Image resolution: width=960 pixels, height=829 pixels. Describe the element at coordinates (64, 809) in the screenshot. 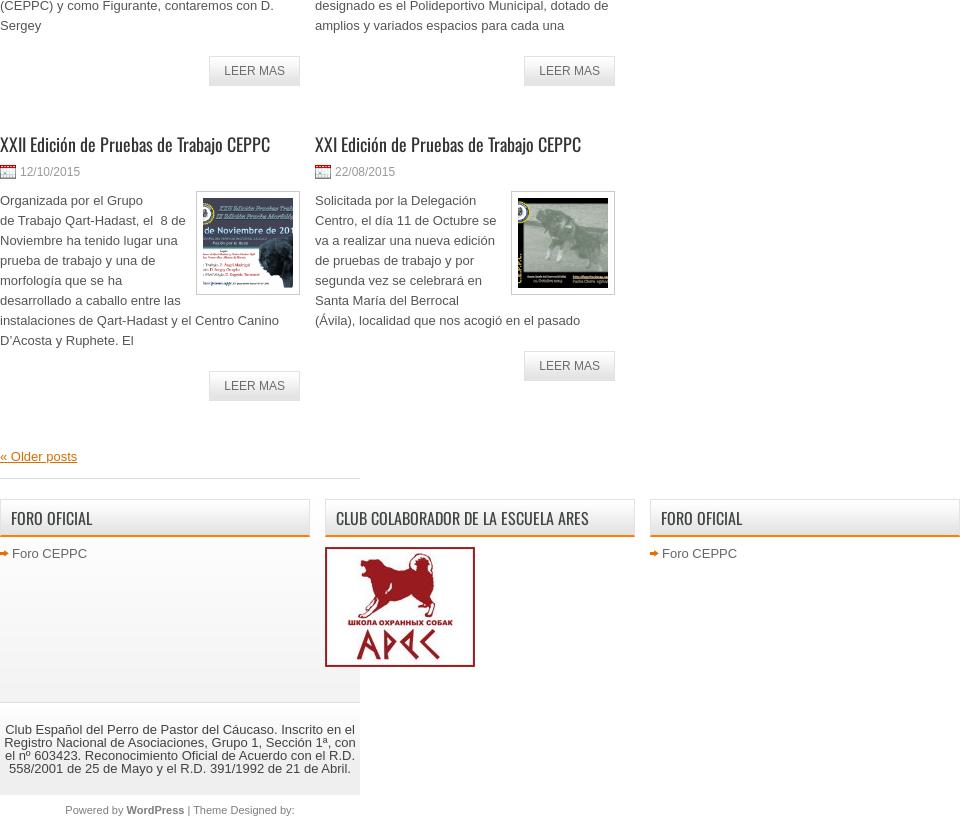

I see `'Powered by'` at that location.